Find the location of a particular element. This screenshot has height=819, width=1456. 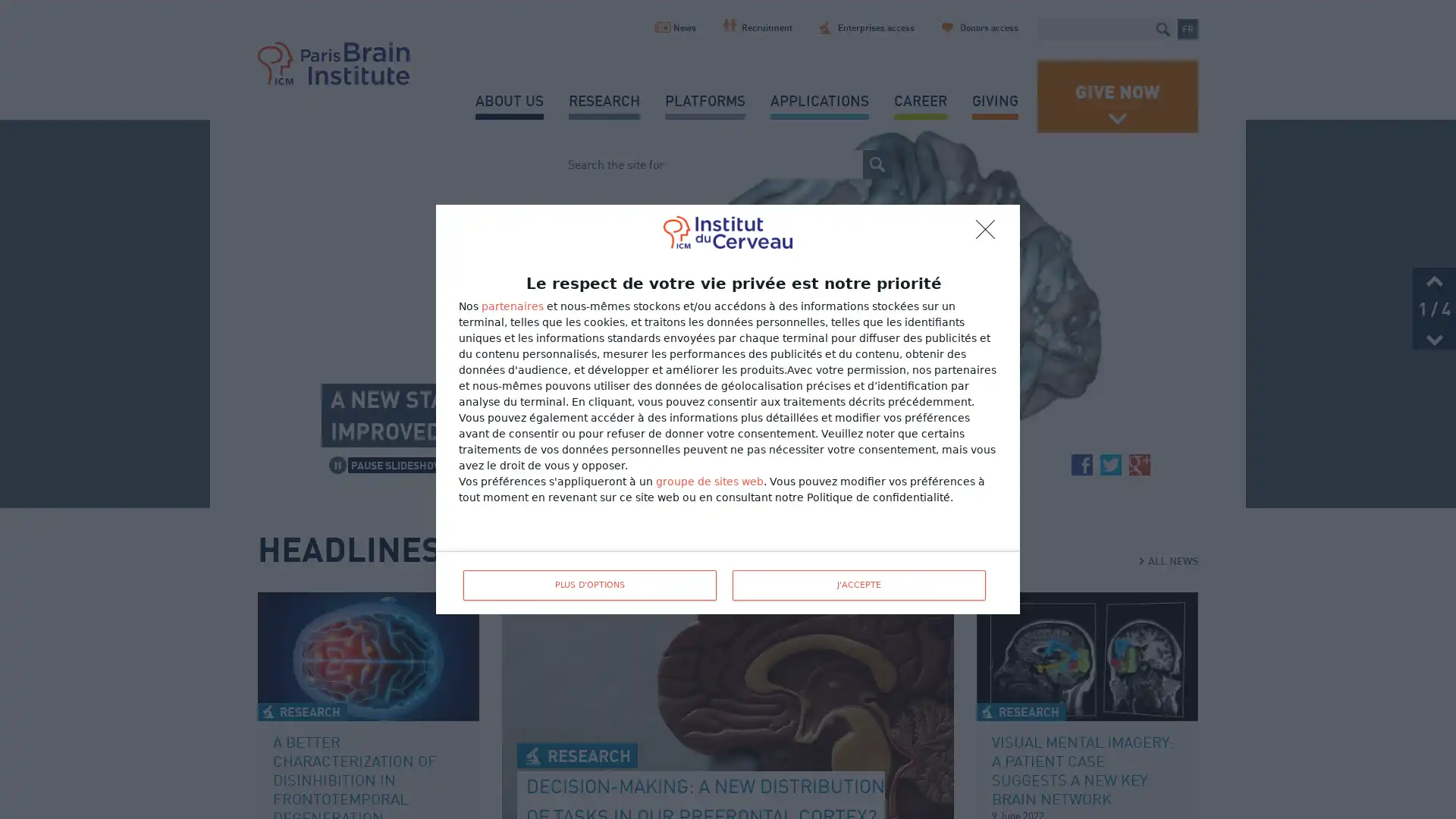

J'ACCEPTE is located at coordinates (858, 584).